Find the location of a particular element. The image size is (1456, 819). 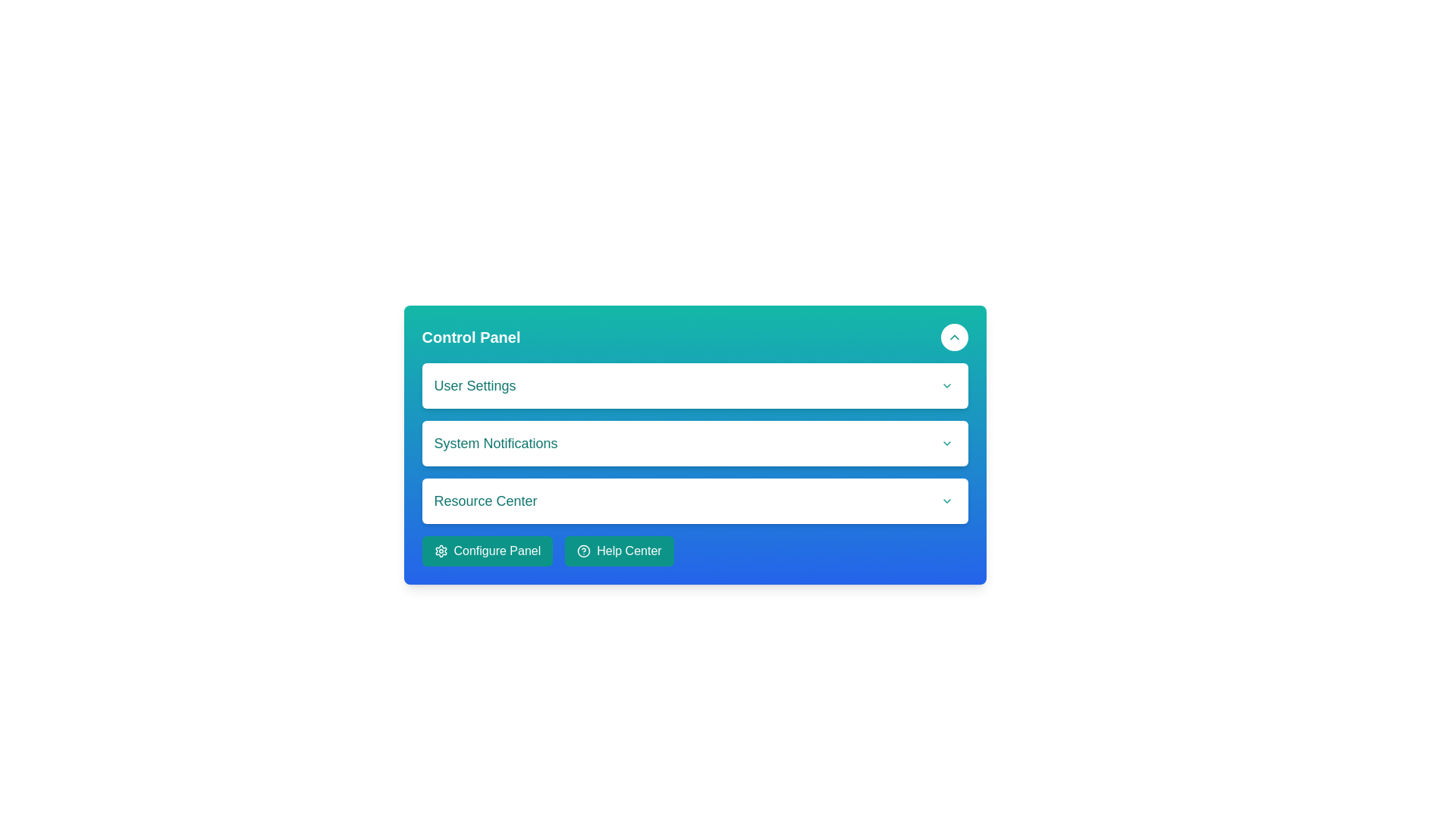

the chevron or dropdown arrow at the rightmost end of the 'Resource Center' interactive row is located at coordinates (946, 500).